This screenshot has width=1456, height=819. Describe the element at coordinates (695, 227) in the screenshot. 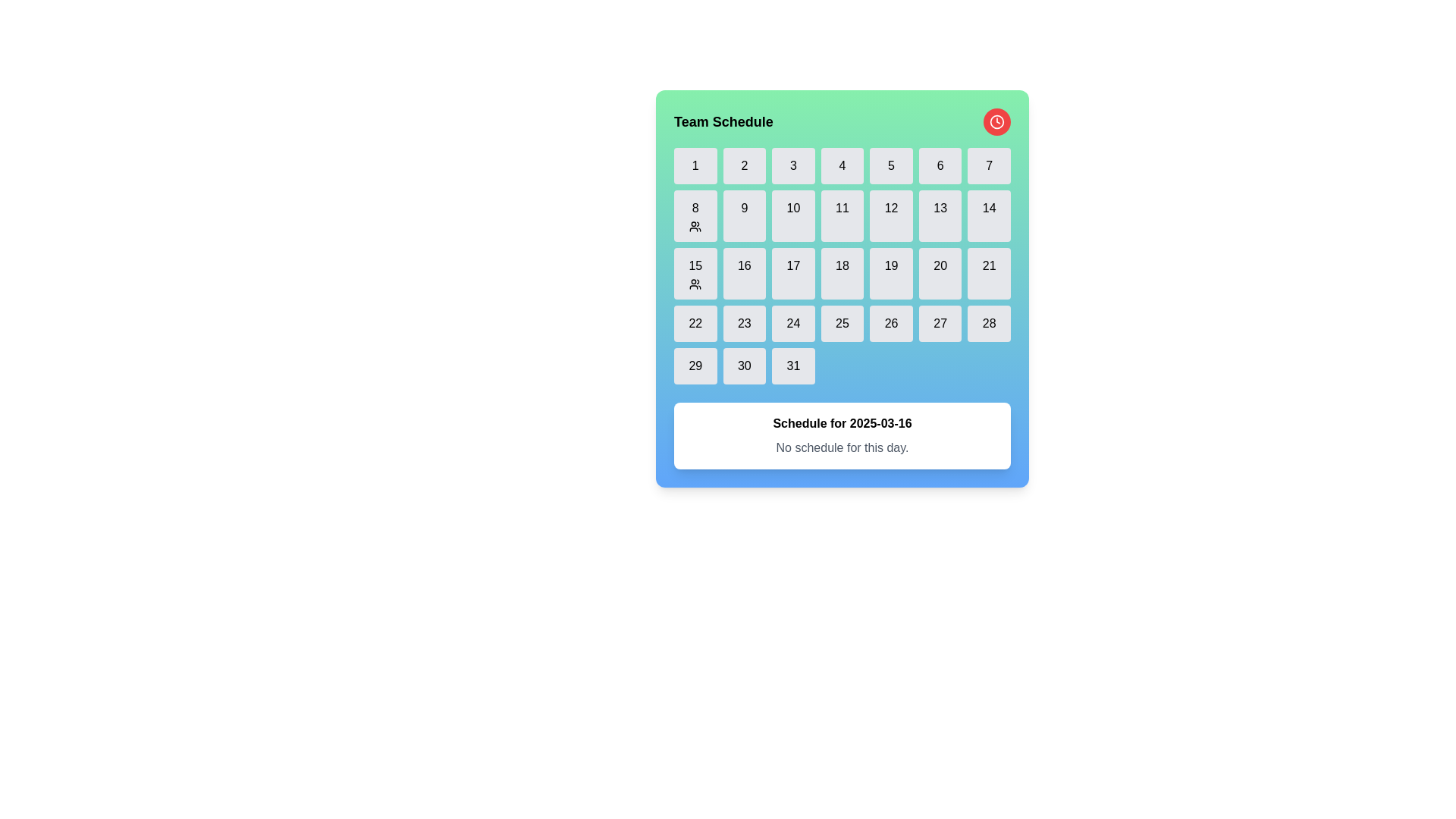

I see `the small icon resembling a stylized group of individuals located within the calendar block labeled '8'` at that location.